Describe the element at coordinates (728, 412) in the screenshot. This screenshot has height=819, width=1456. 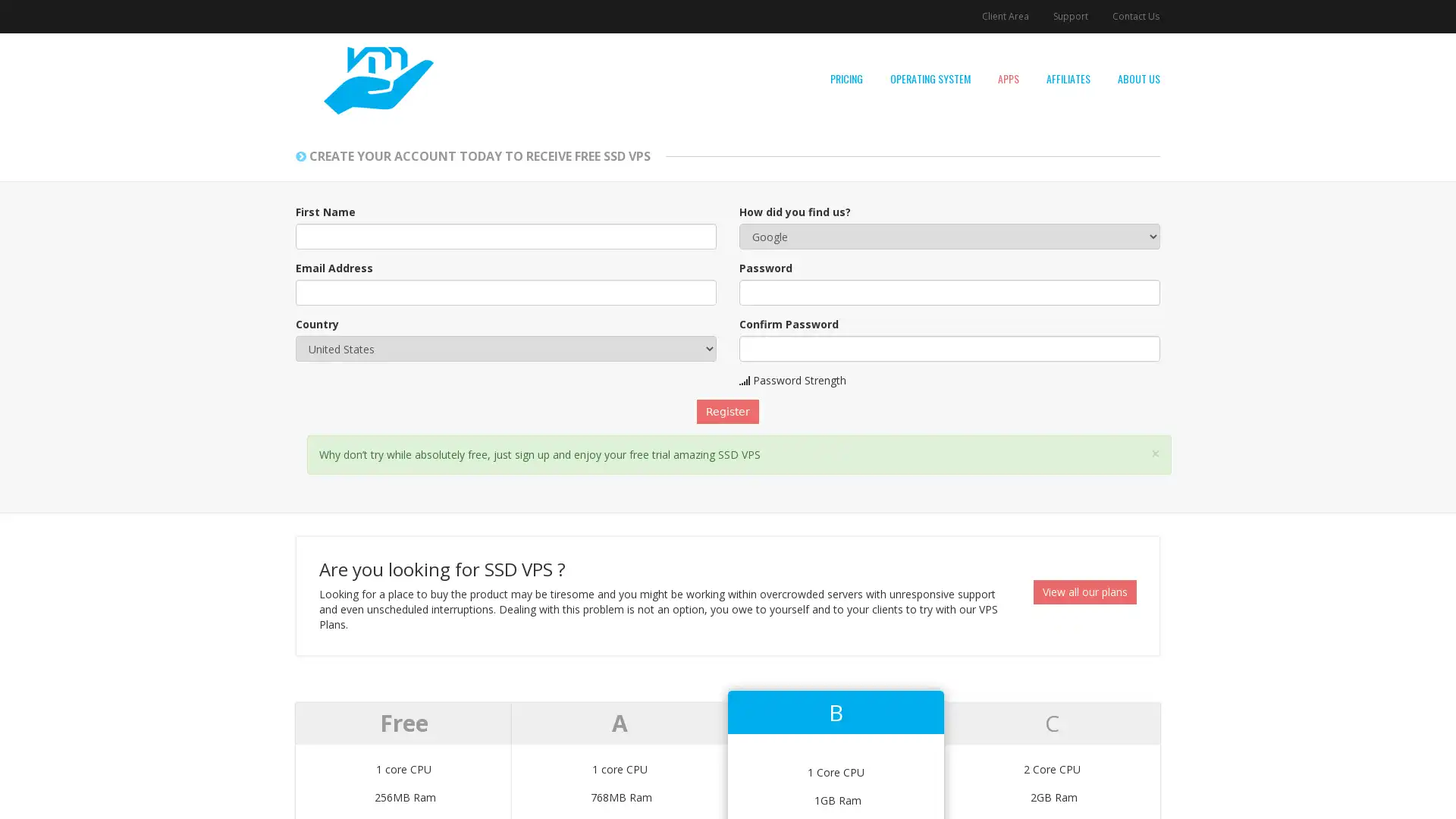
I see `Register` at that location.